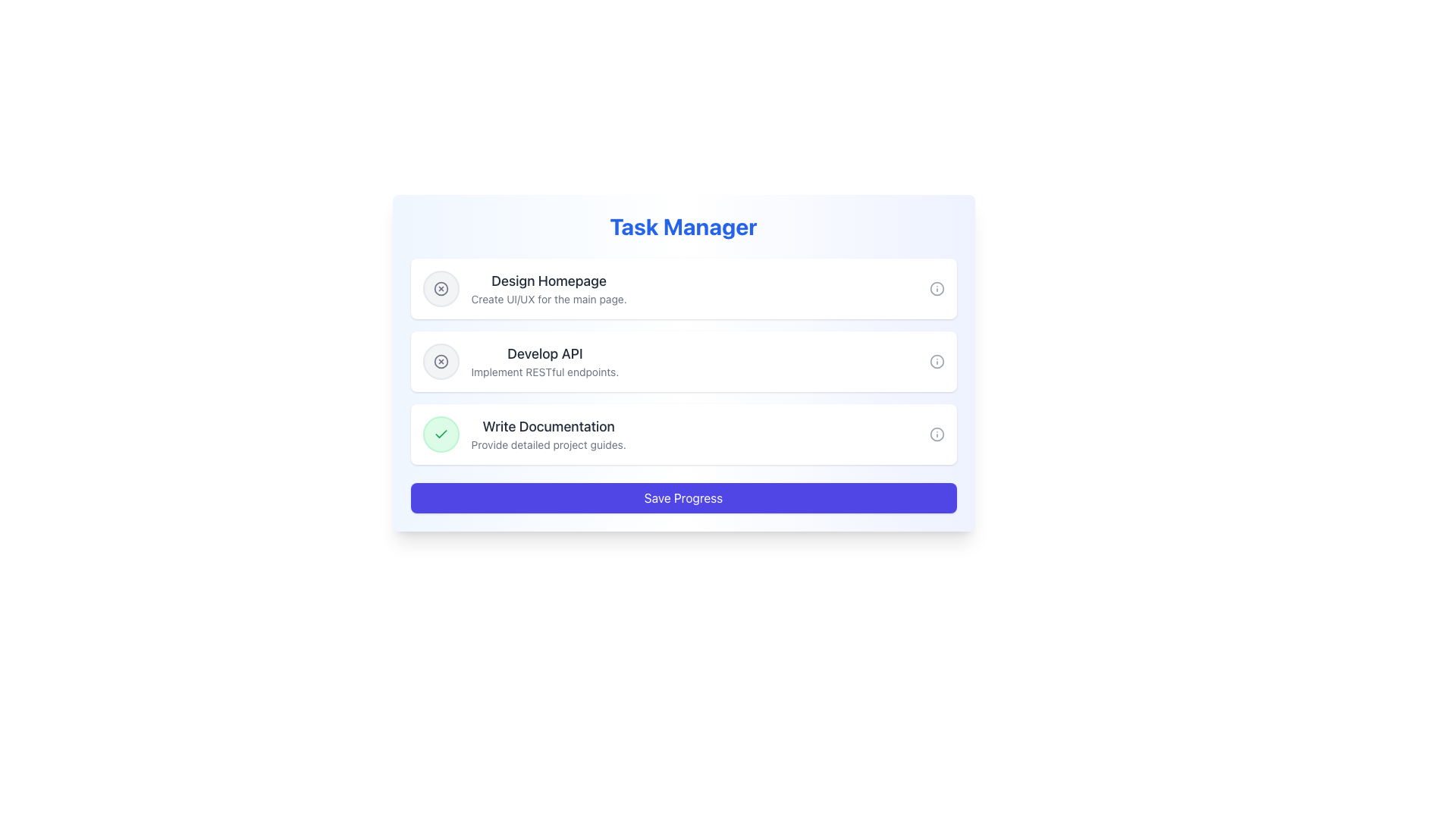 This screenshot has width=1456, height=819. Describe the element at coordinates (520, 362) in the screenshot. I see `the task description text element located in the middle task card, which provides context for the adjacent interactive elements` at that location.